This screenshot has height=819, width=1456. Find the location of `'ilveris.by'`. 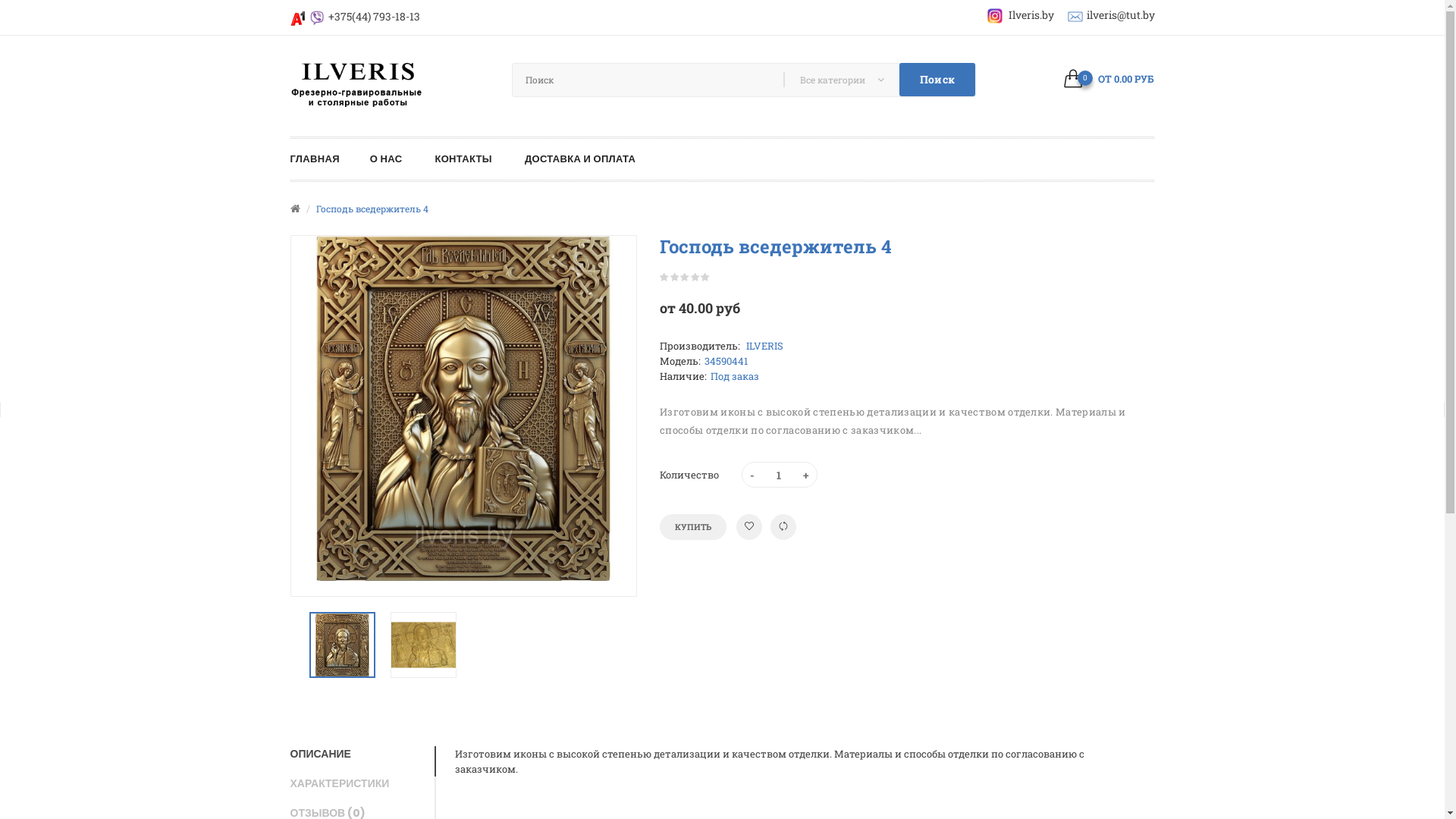

'ilveris.by' is located at coordinates (290, 84).